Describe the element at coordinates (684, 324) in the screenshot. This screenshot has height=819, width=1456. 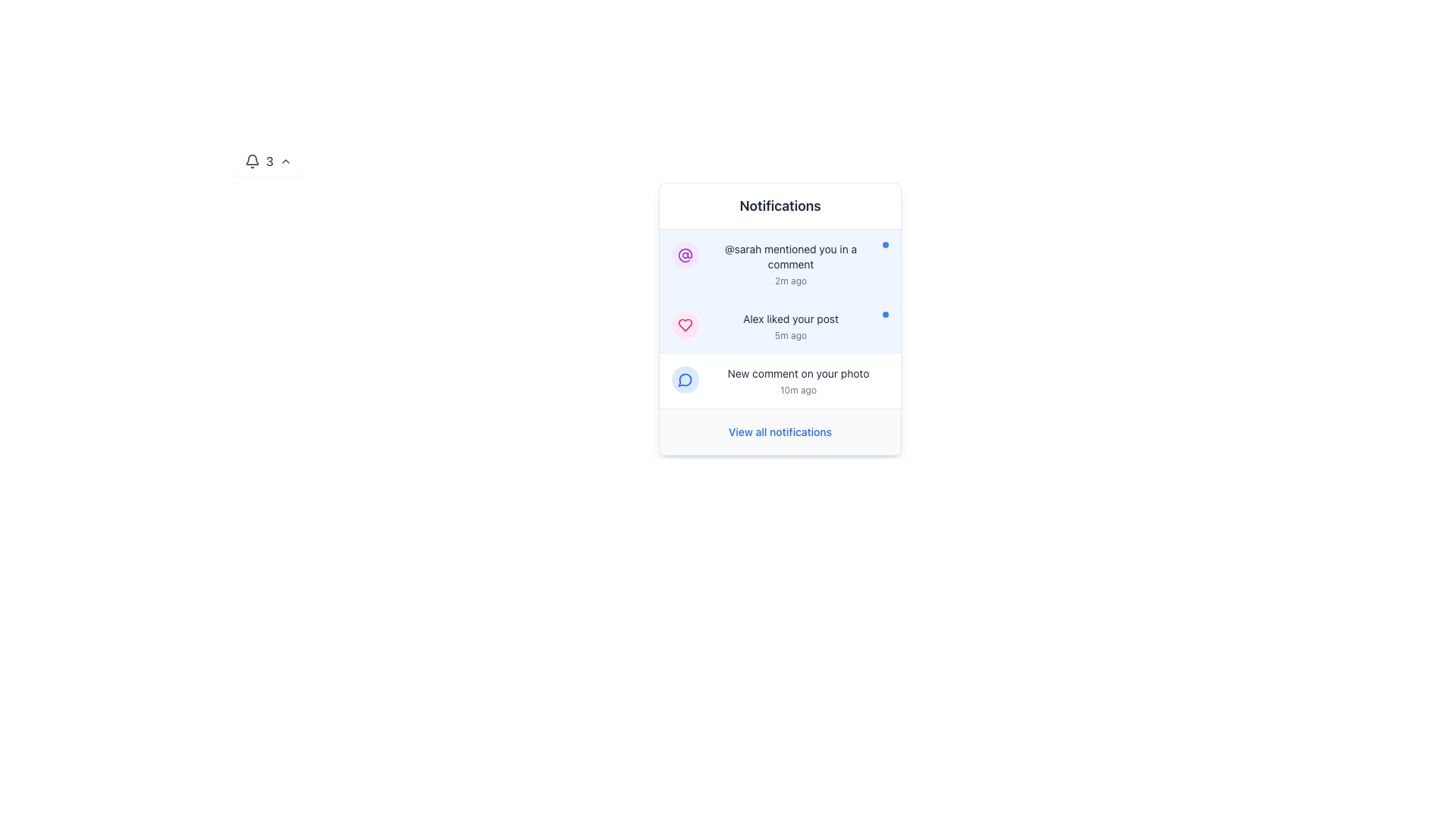
I see `the heart icon within a circular pink background that symbolizes a 'like' action, positioned at the beginning of the notification 'Alex liked your post'` at that location.